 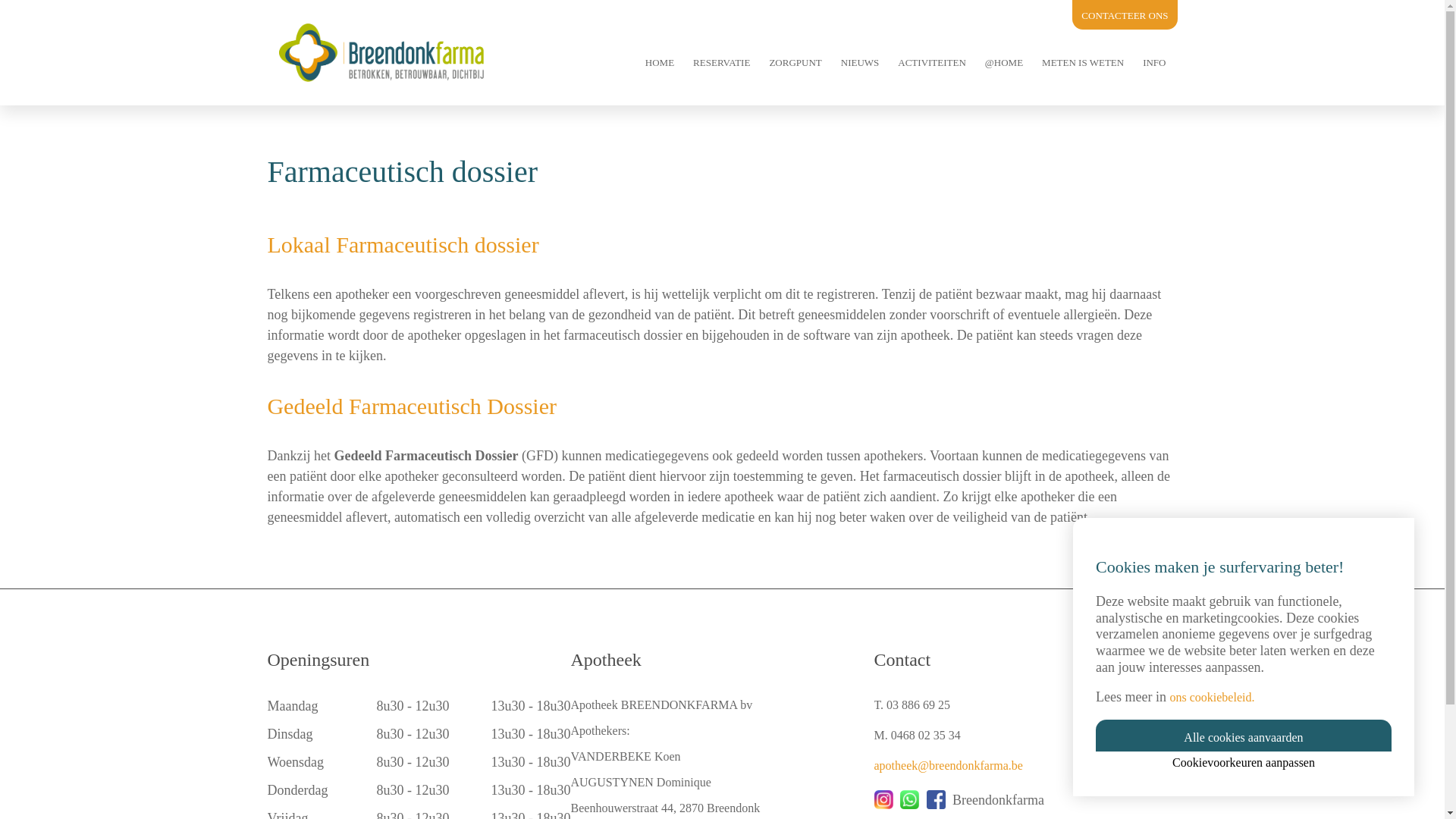 What do you see at coordinates (1211, 697) in the screenshot?
I see `'ons cookiebeleid.'` at bounding box center [1211, 697].